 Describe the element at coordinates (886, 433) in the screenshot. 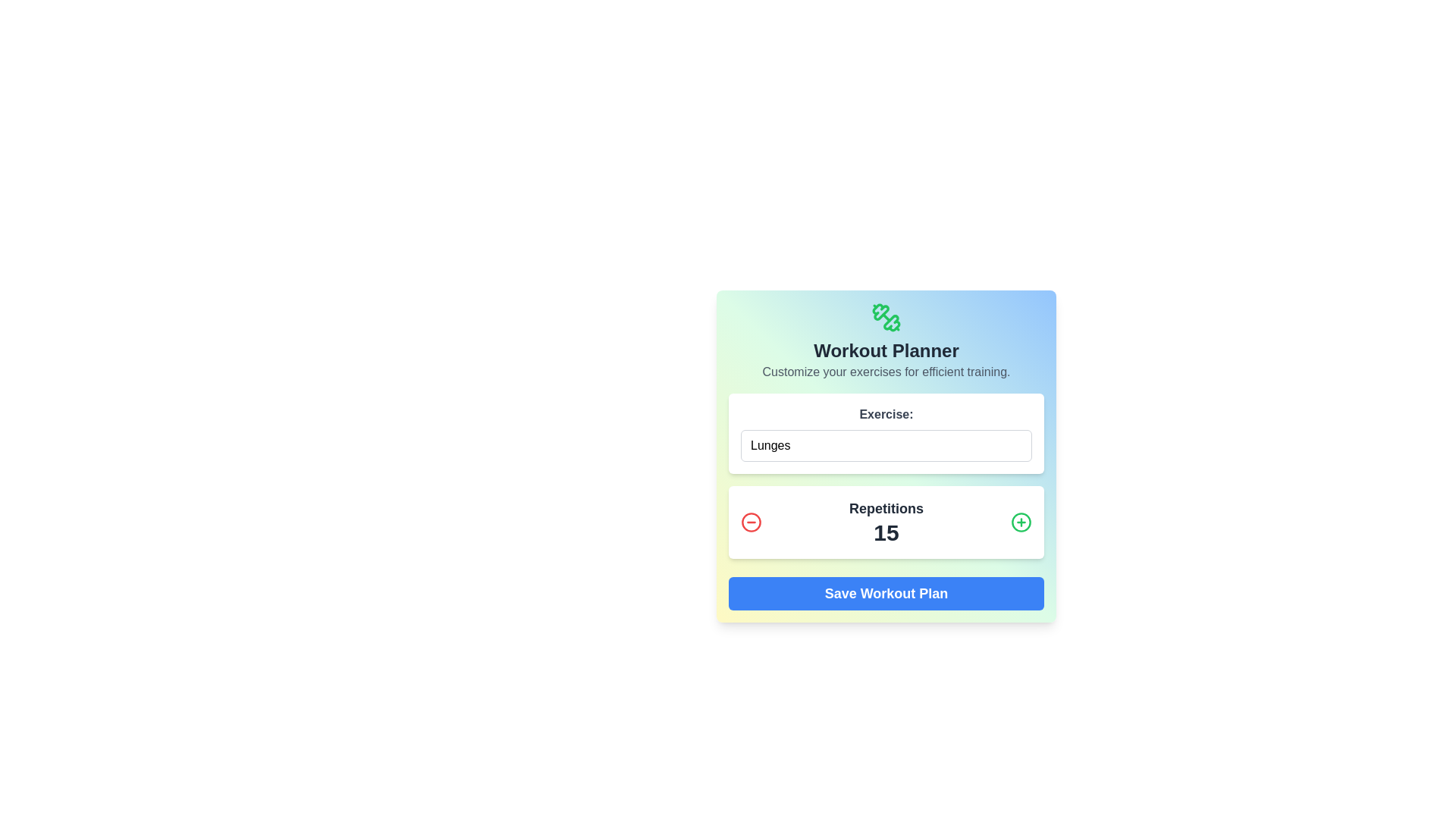

I see `the input field for entering the name of an exercise, located beneath the subtitle 'Customize your exercises for efficient training.'` at that location.